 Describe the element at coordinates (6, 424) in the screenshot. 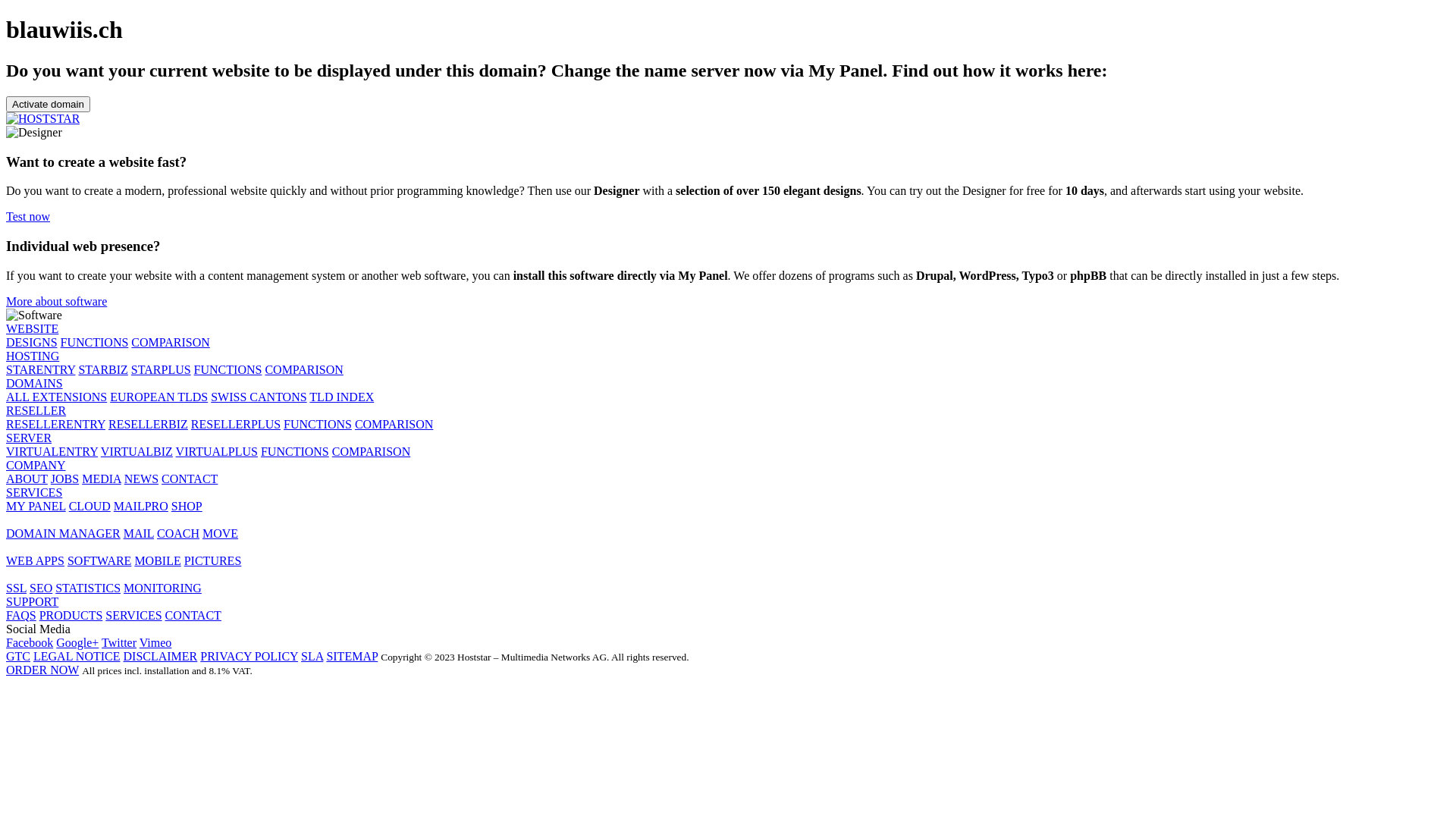

I see `'RESELLERENTRY'` at that location.